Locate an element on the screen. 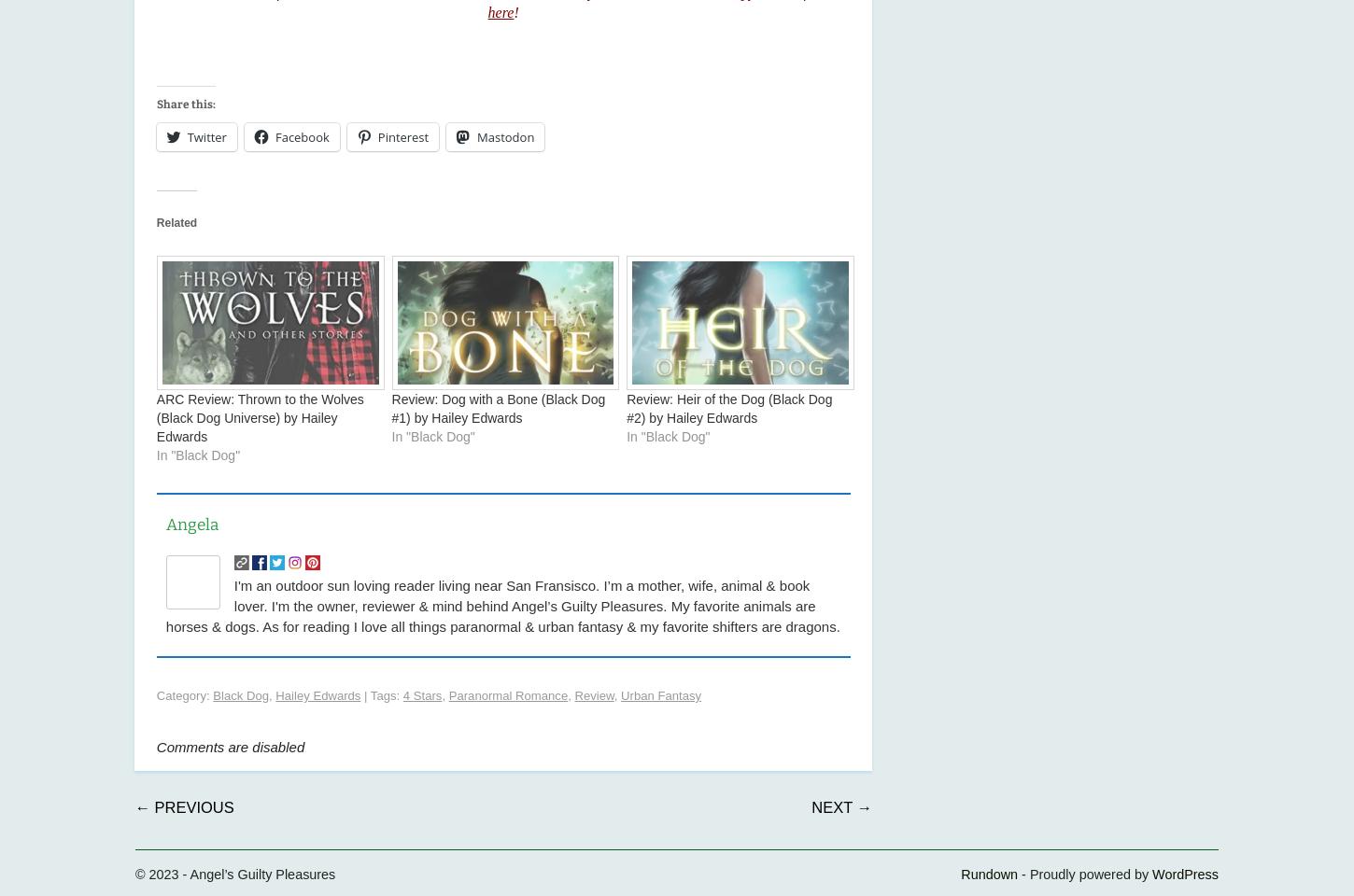 This screenshot has width=1354, height=896. '!' is located at coordinates (515, 11).